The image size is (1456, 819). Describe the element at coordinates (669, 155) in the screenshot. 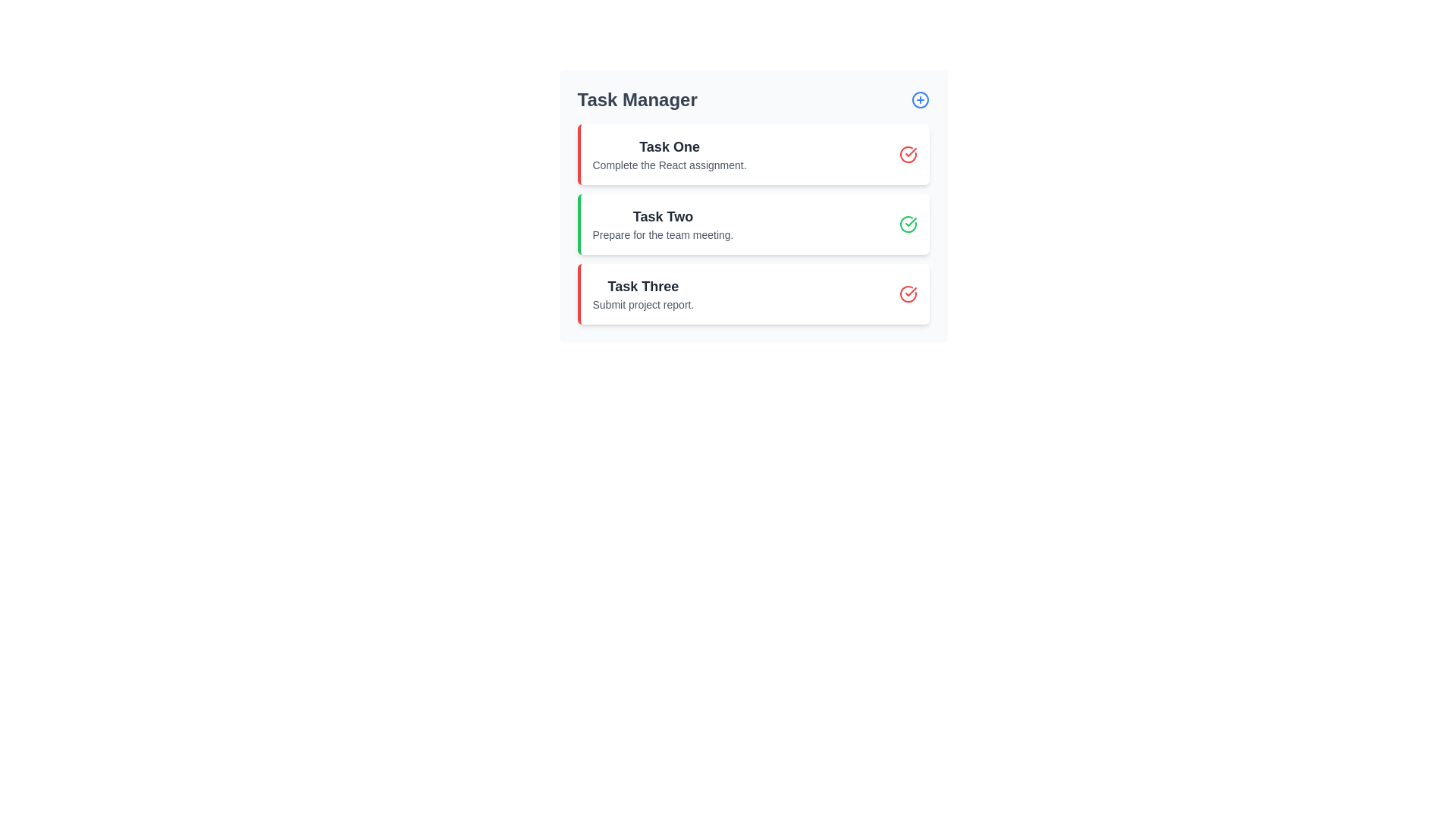

I see `the first task item in the 'Task Manager' list` at that location.